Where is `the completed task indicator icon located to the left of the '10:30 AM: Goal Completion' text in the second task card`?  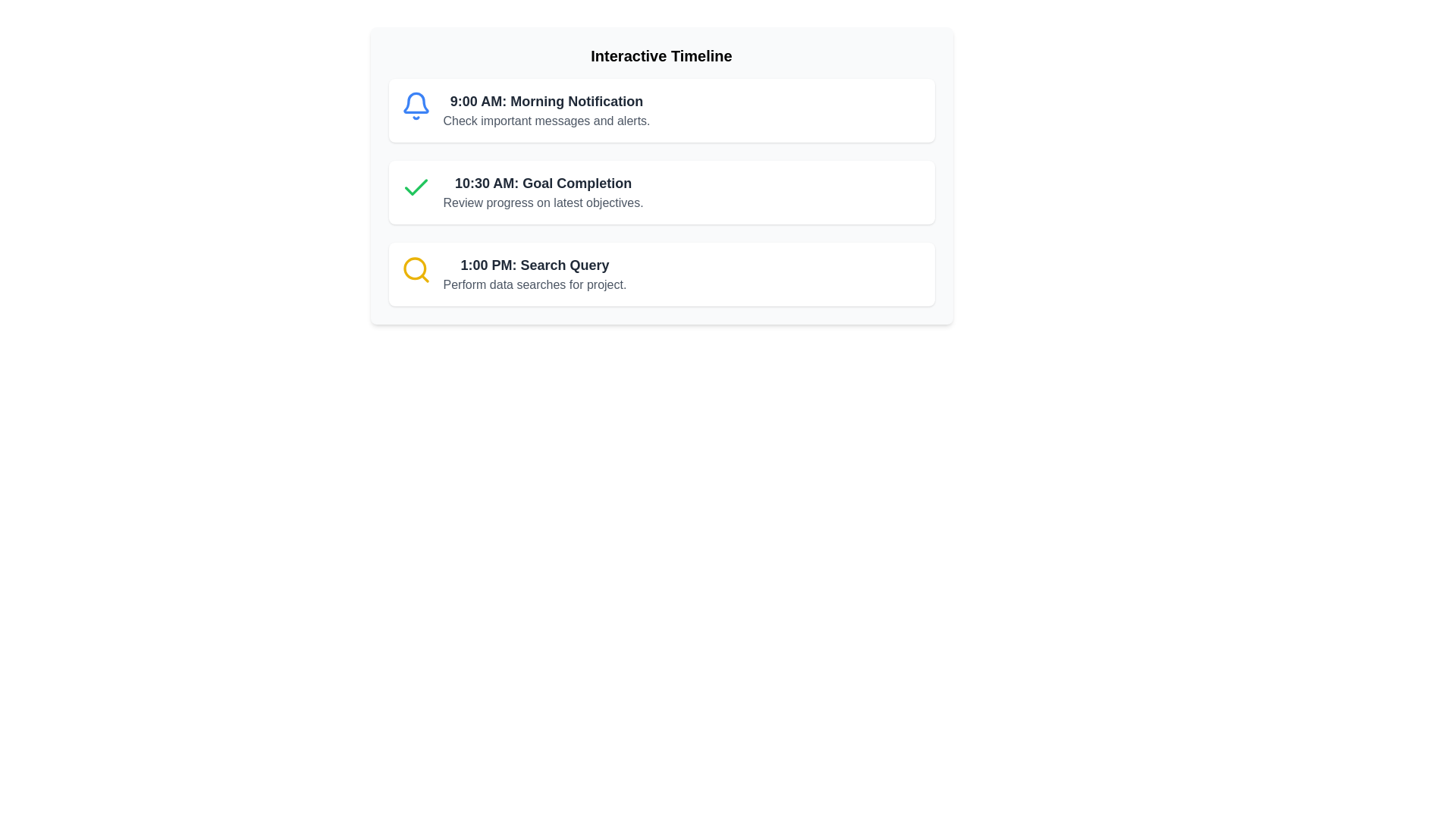
the completed task indicator icon located to the left of the '10:30 AM: Goal Completion' text in the second task card is located at coordinates (416, 187).